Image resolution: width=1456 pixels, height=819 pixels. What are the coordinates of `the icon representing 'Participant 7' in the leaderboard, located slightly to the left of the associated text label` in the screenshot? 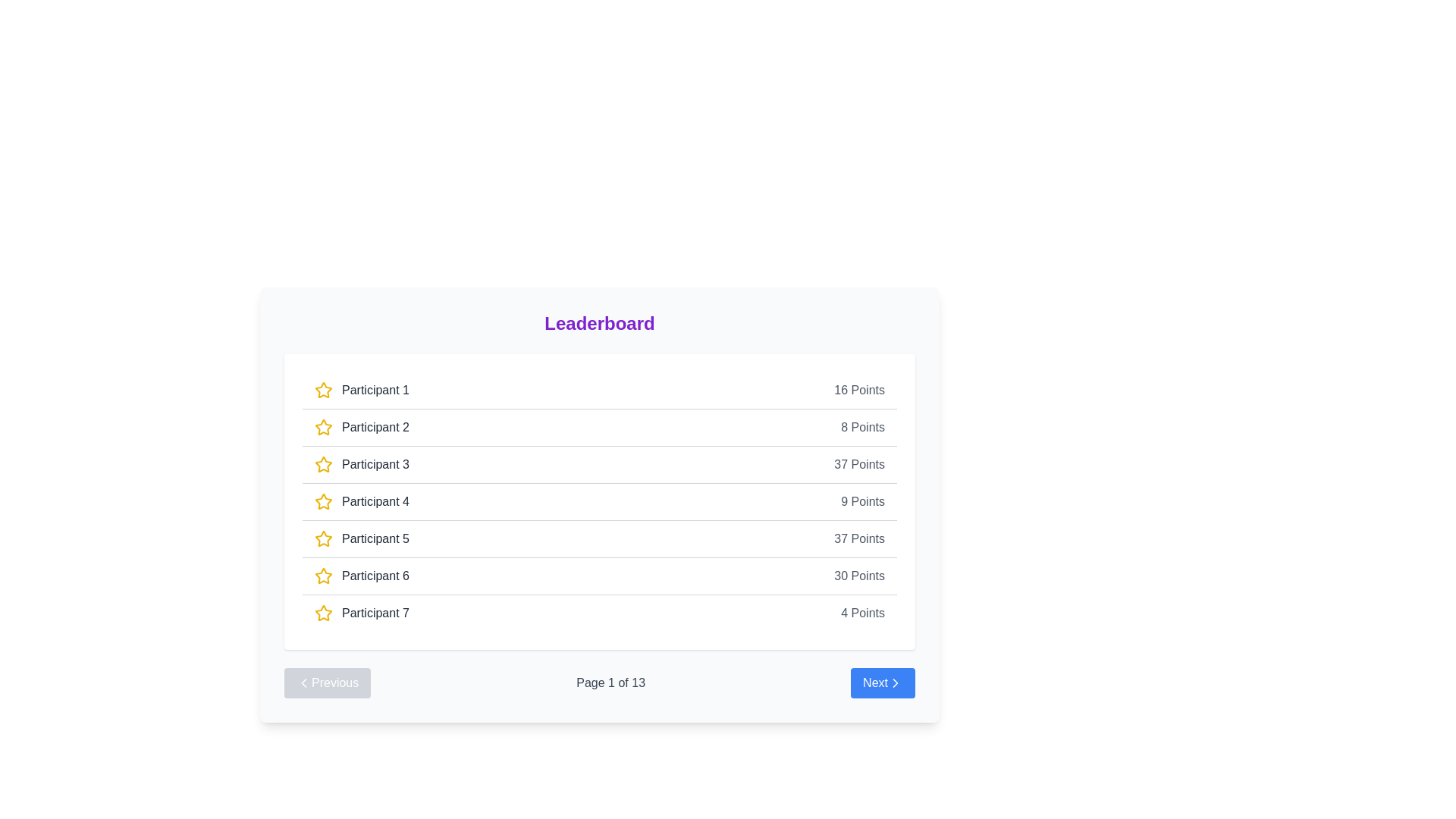 It's located at (323, 613).